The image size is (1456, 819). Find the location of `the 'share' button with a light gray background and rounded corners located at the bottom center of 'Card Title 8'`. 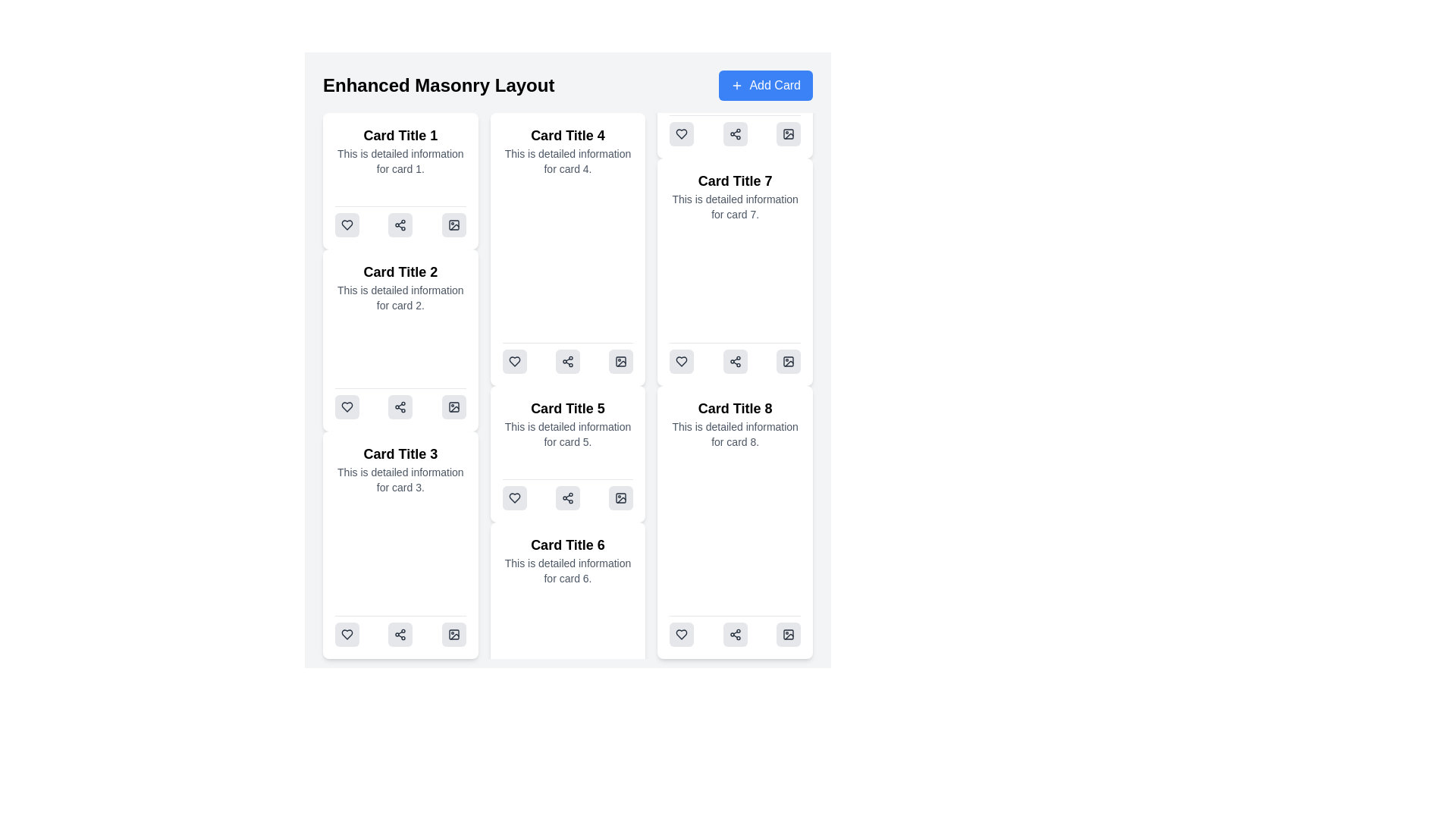

the 'share' button with a light gray background and rounded corners located at the bottom center of 'Card Title 8' is located at coordinates (735, 635).